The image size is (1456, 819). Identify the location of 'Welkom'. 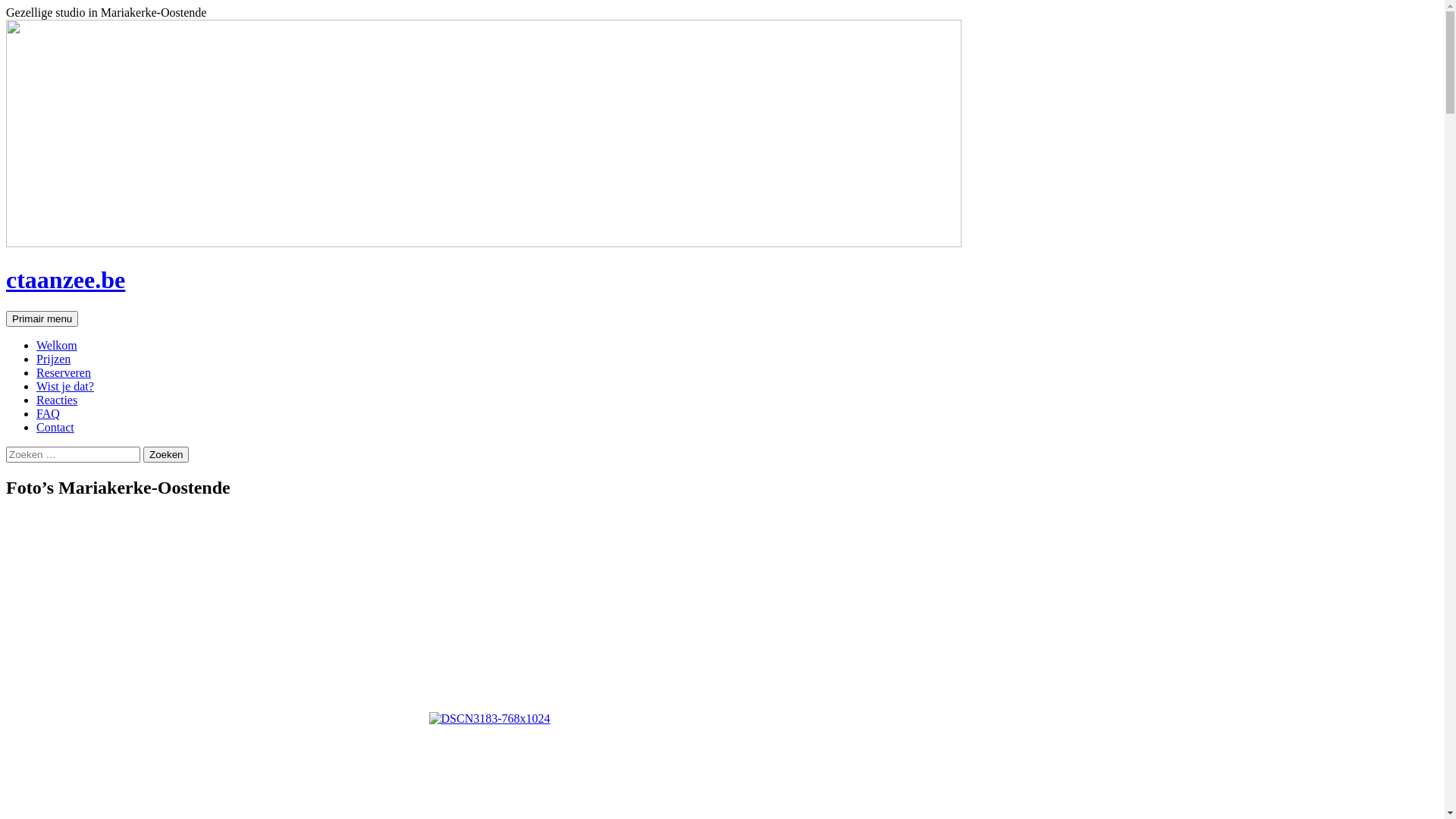
(57, 345).